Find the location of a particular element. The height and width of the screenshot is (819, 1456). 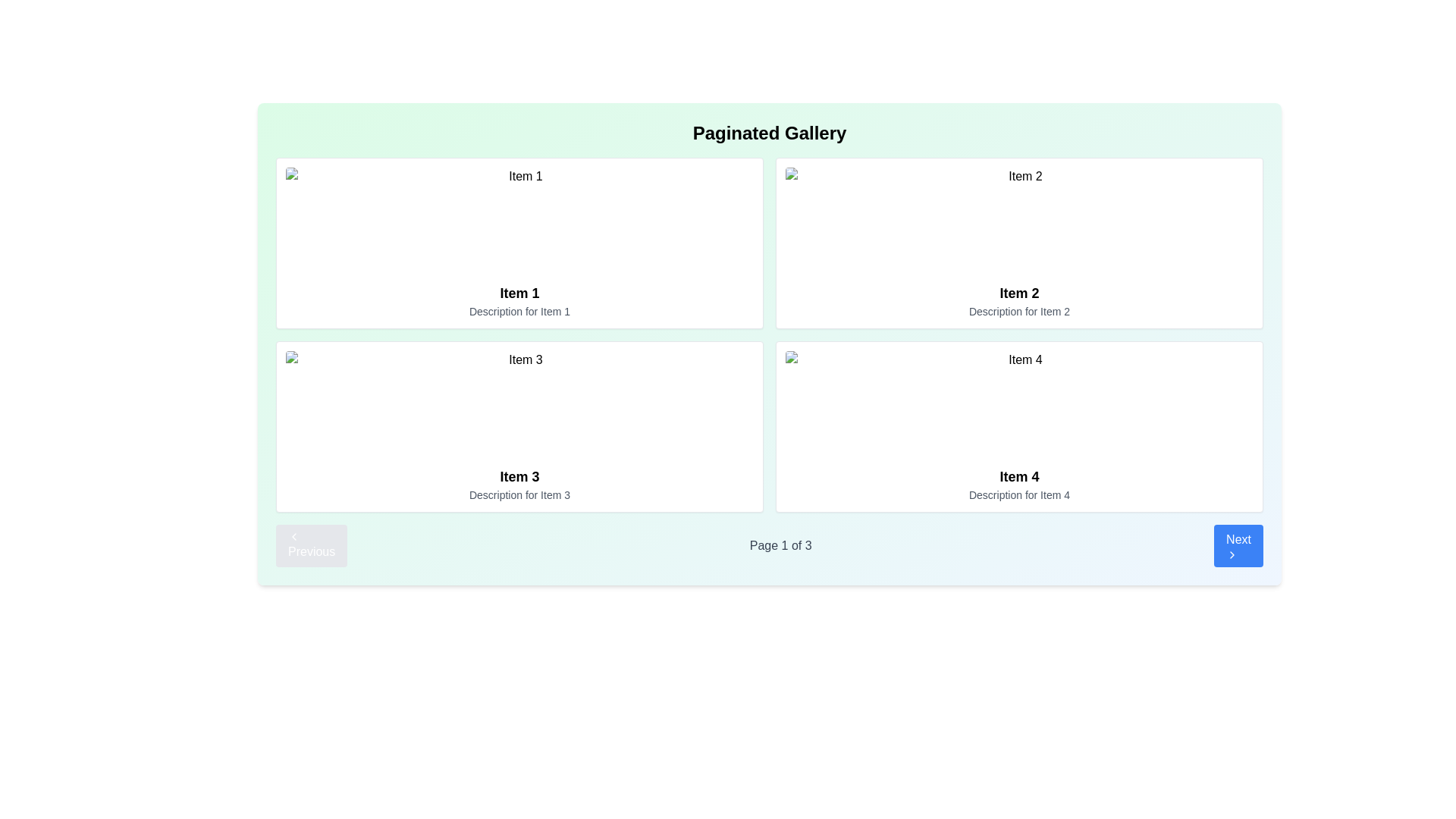

properties of the image labeled 'Item 3', which is located in the top section of the third card in a grid layout is located at coordinates (519, 405).